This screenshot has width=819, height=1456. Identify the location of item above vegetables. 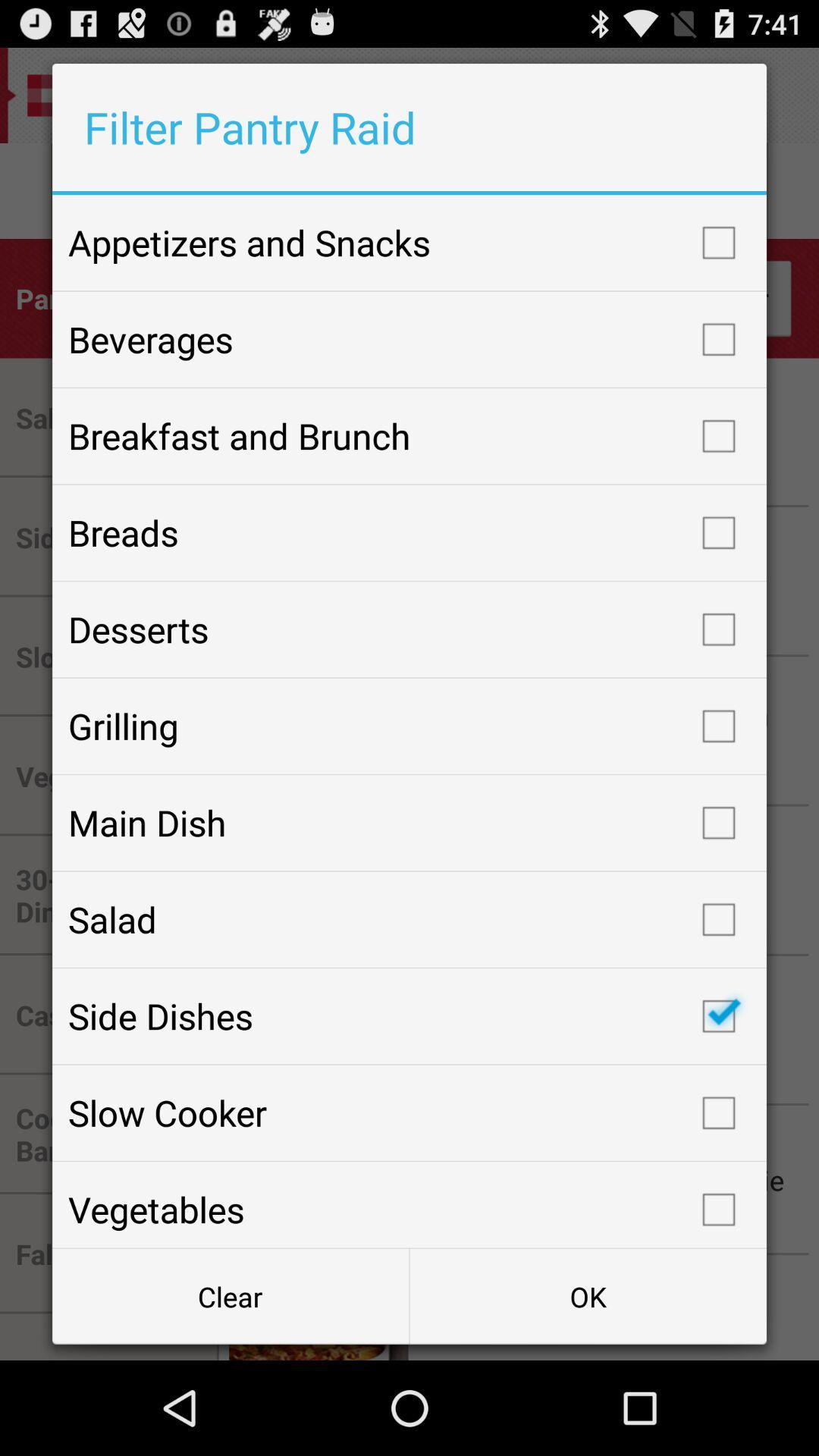
(409, 1112).